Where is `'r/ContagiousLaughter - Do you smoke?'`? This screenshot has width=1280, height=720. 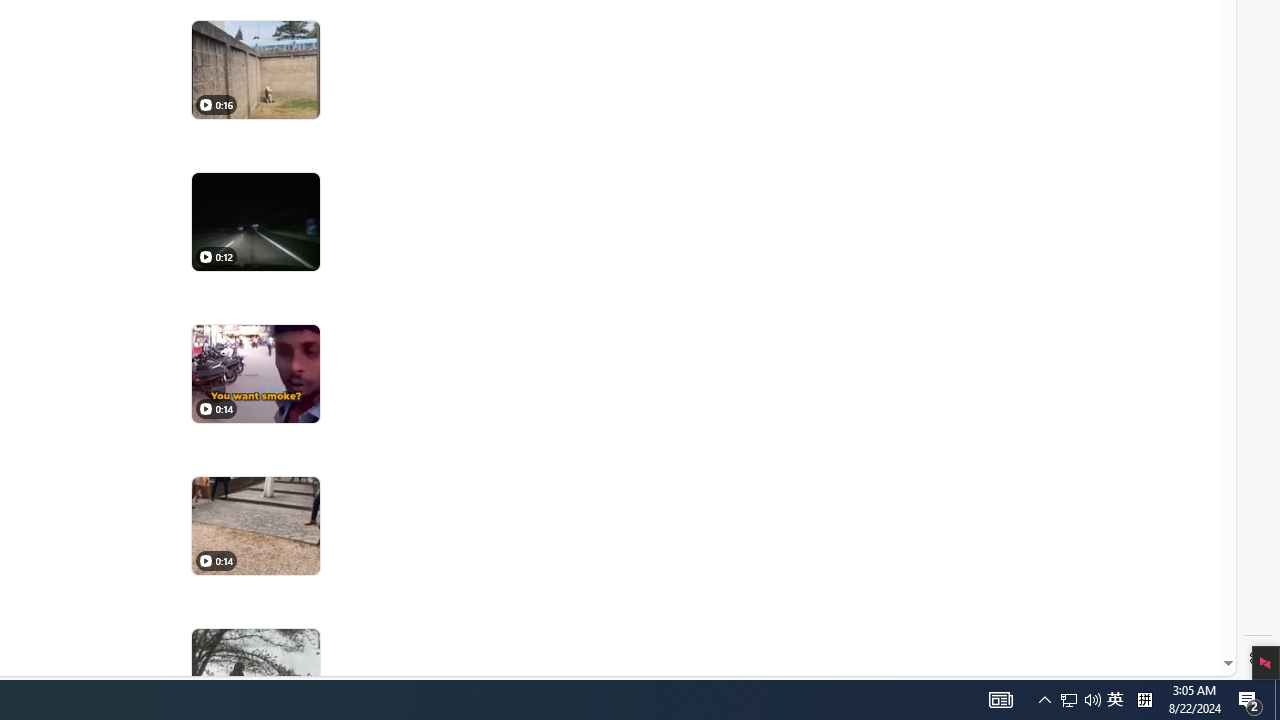 'r/ContagiousLaughter - Do you smoke?' is located at coordinates (254, 374).